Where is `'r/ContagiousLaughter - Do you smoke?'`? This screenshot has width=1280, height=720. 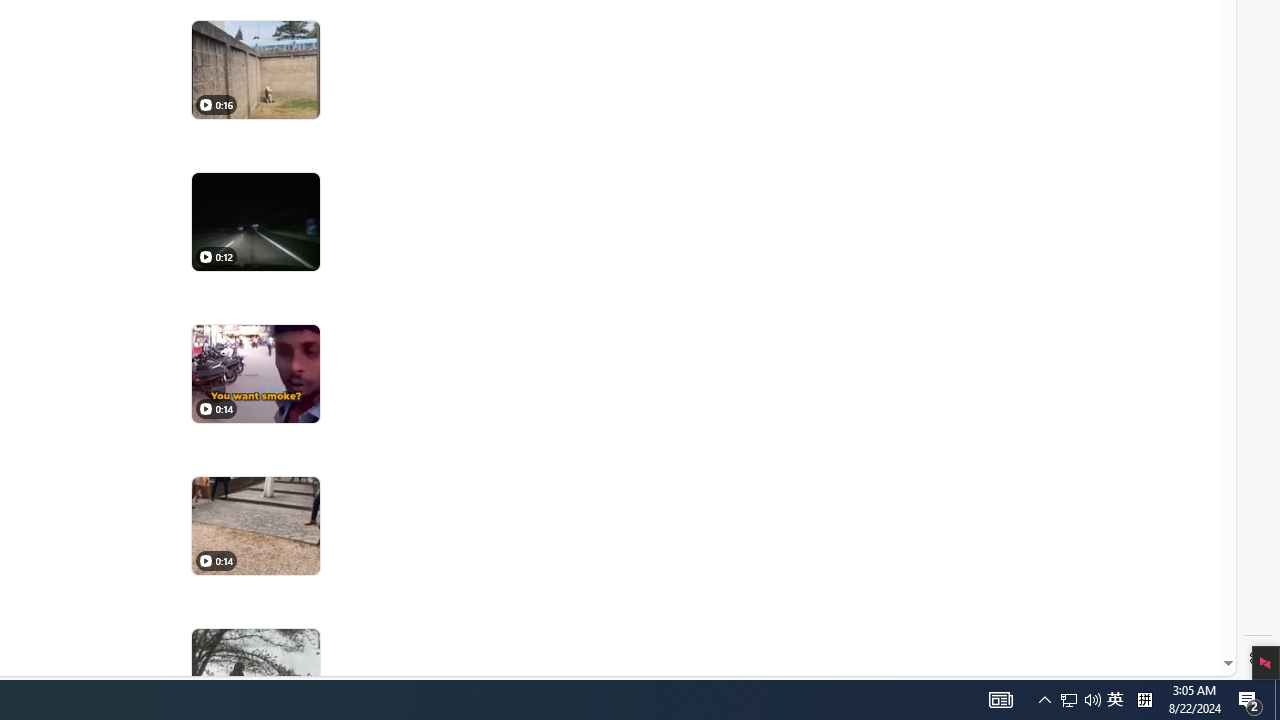 'r/ContagiousLaughter - Do you smoke?' is located at coordinates (254, 374).